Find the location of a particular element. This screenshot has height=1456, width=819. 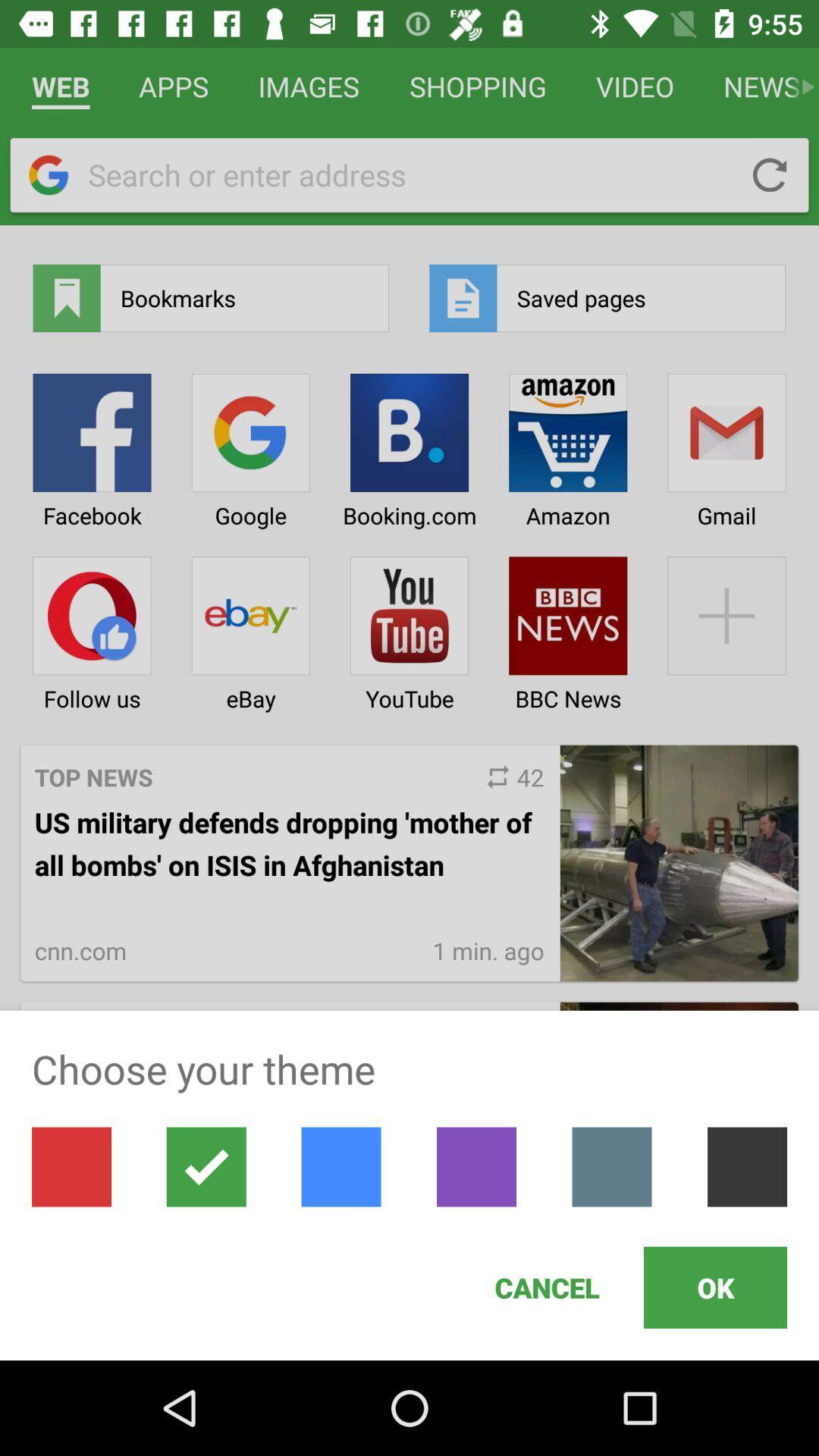

the ok button at the bottom of the page is located at coordinates (736, 1314).